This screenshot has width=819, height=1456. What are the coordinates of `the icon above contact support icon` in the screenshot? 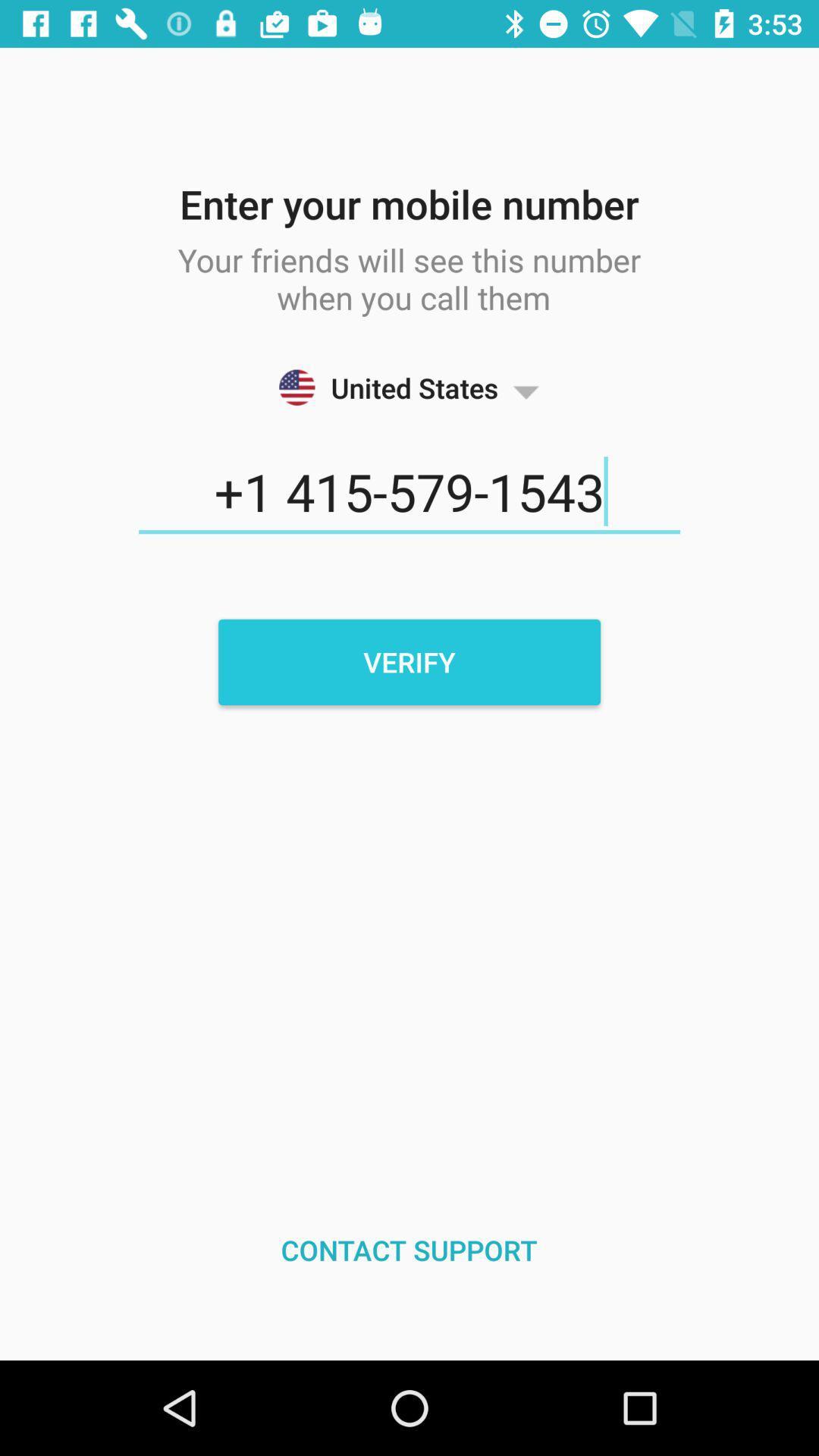 It's located at (409, 662).